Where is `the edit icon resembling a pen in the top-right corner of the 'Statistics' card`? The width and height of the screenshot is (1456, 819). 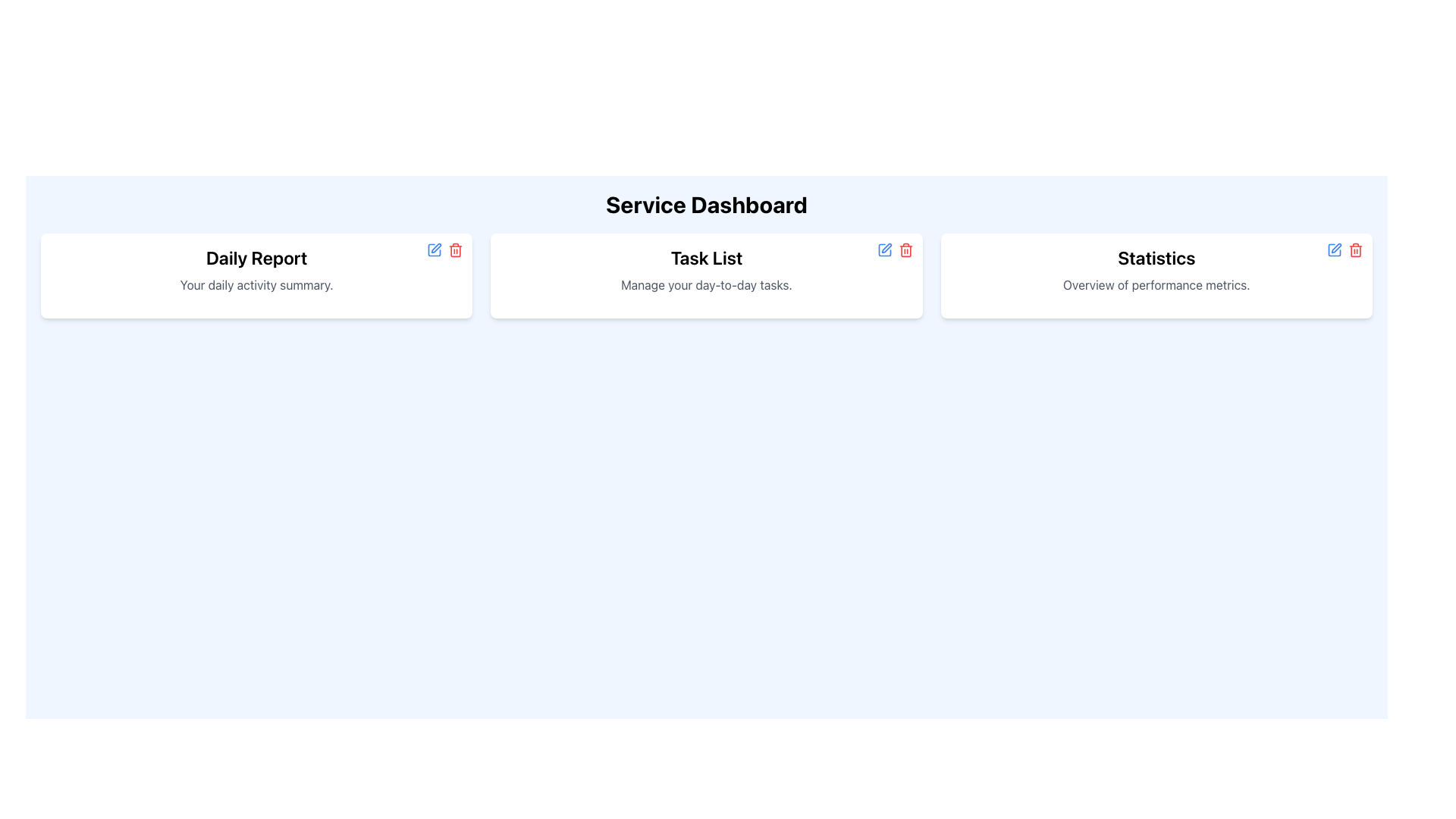
the edit icon resembling a pen in the top-right corner of the 'Statistics' card is located at coordinates (1336, 247).